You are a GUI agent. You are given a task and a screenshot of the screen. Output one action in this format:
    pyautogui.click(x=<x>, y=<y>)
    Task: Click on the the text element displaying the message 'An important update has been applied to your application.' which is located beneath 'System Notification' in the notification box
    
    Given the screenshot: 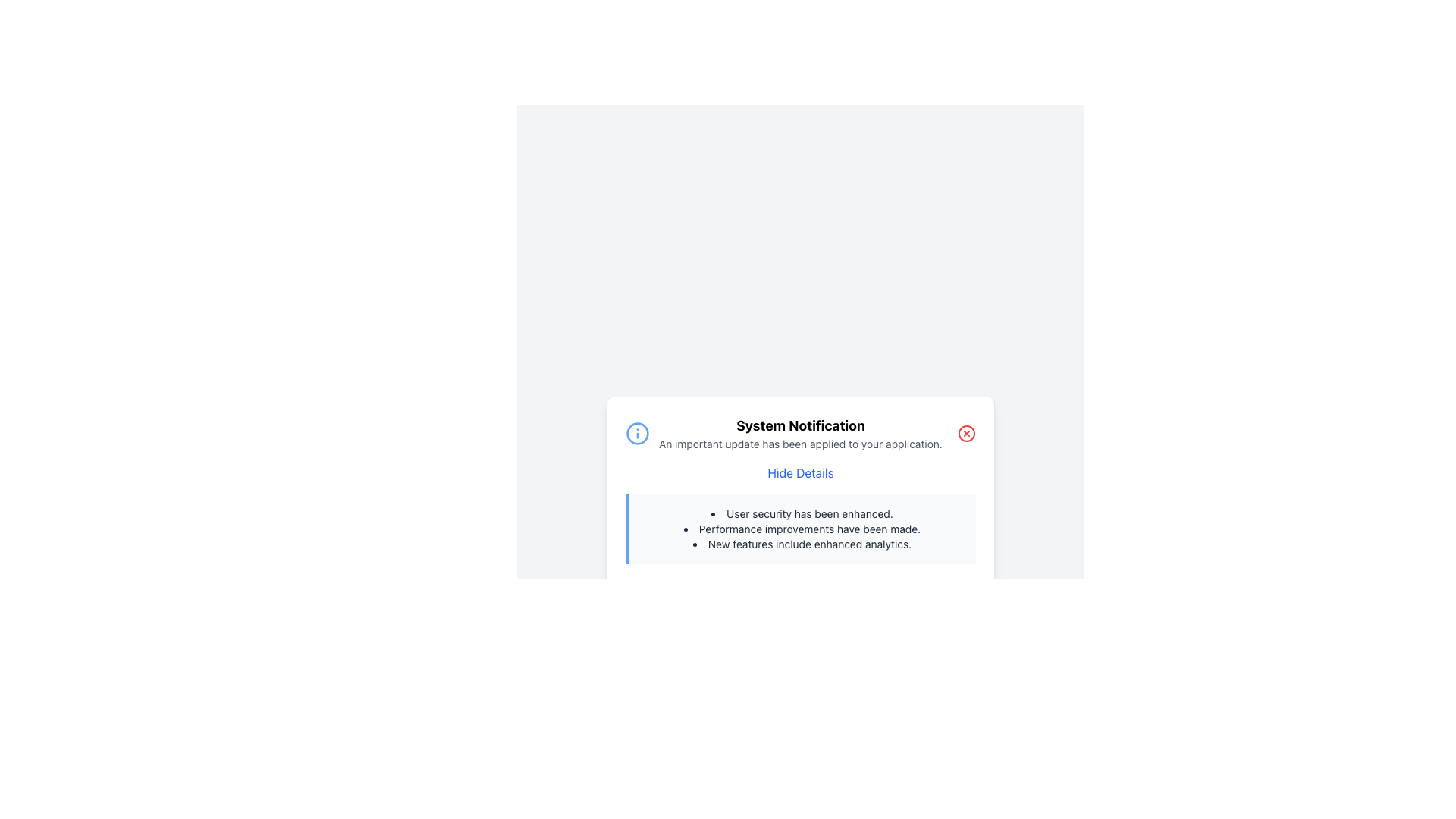 What is the action you would take?
    pyautogui.click(x=800, y=444)
    